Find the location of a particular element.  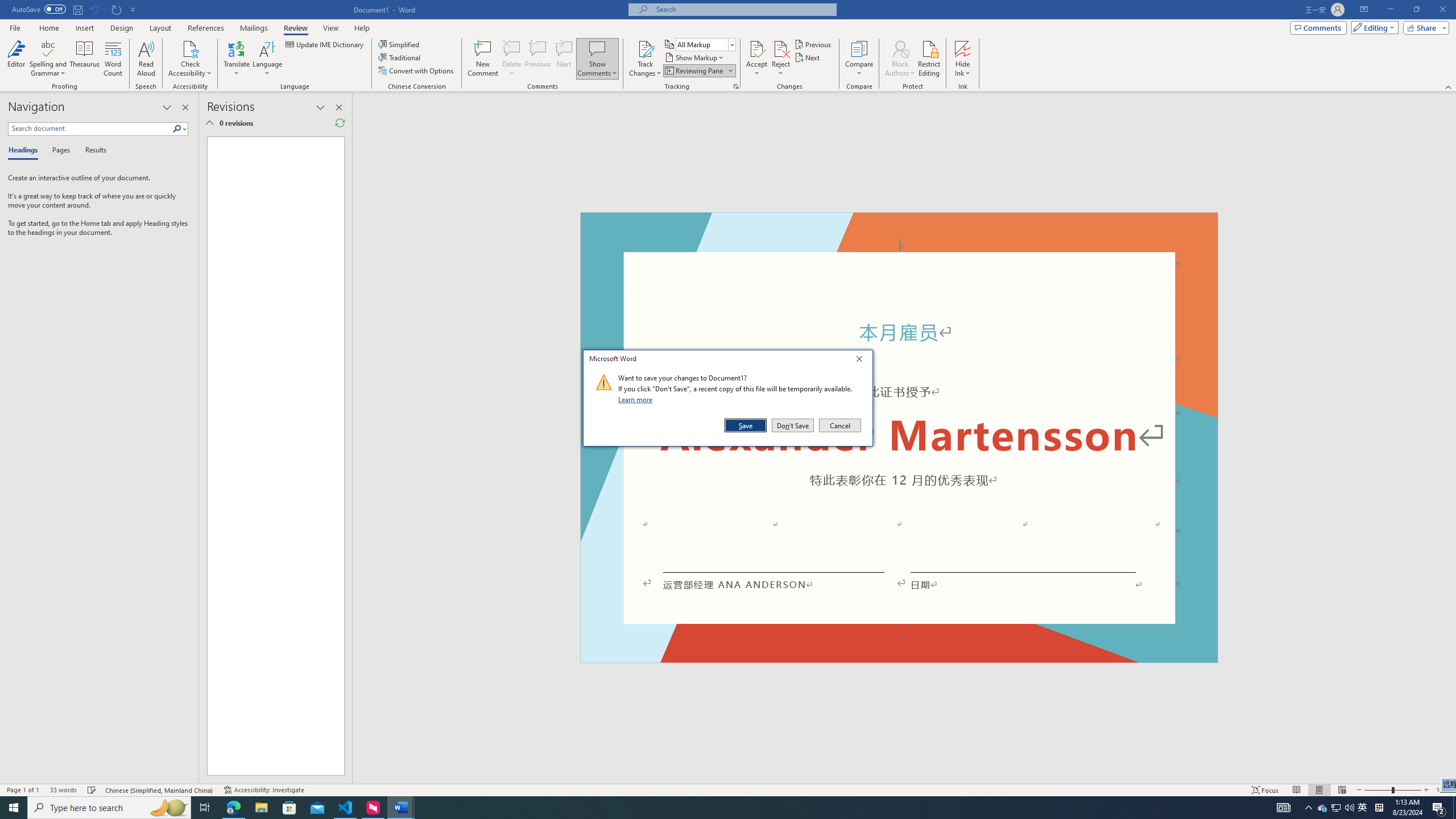

'Focus ' is located at coordinates (1265, 790).